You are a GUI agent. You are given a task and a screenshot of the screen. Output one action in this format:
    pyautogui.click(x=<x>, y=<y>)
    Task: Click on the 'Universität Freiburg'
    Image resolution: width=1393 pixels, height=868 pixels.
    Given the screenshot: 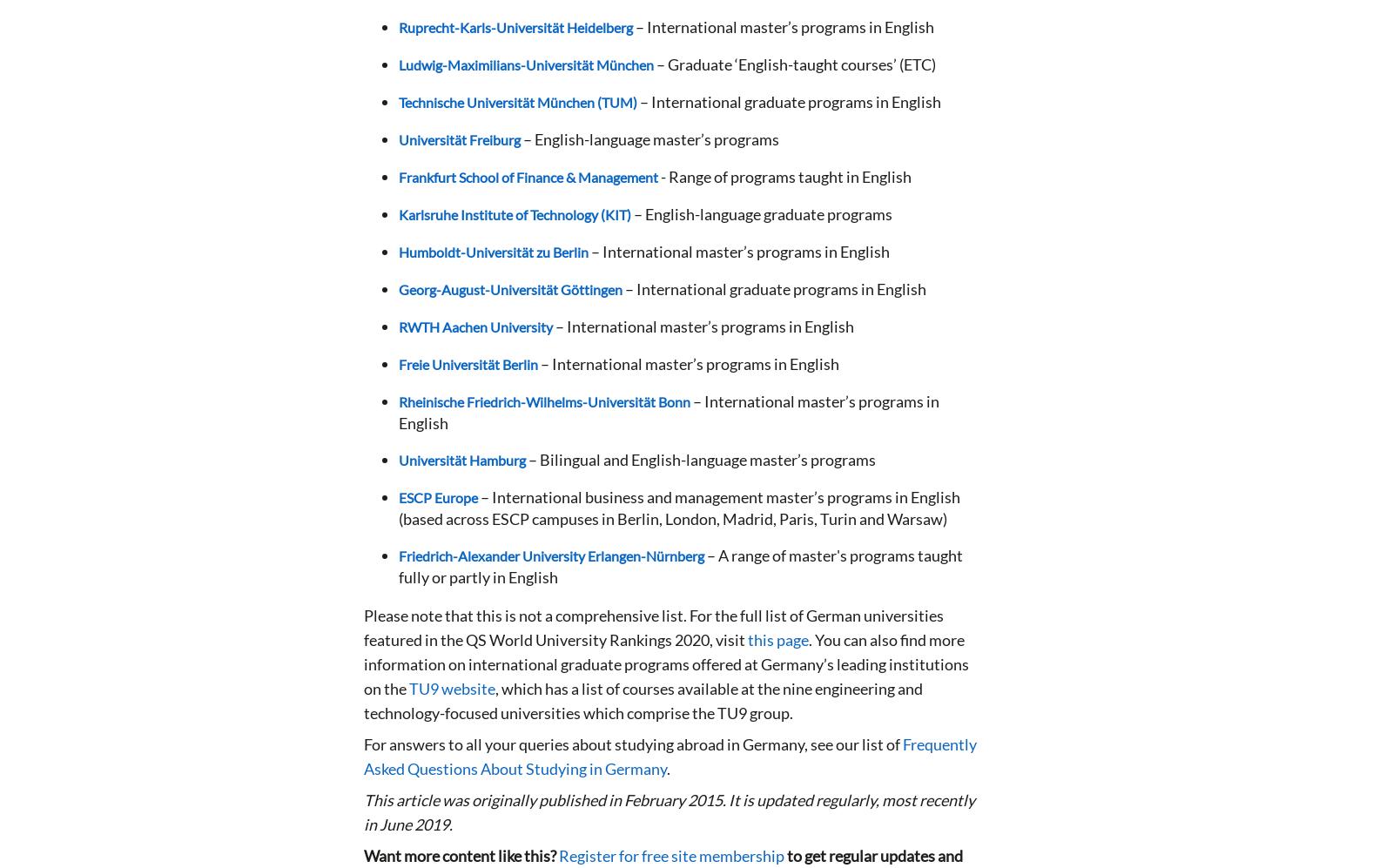 What is the action you would take?
    pyautogui.click(x=398, y=138)
    